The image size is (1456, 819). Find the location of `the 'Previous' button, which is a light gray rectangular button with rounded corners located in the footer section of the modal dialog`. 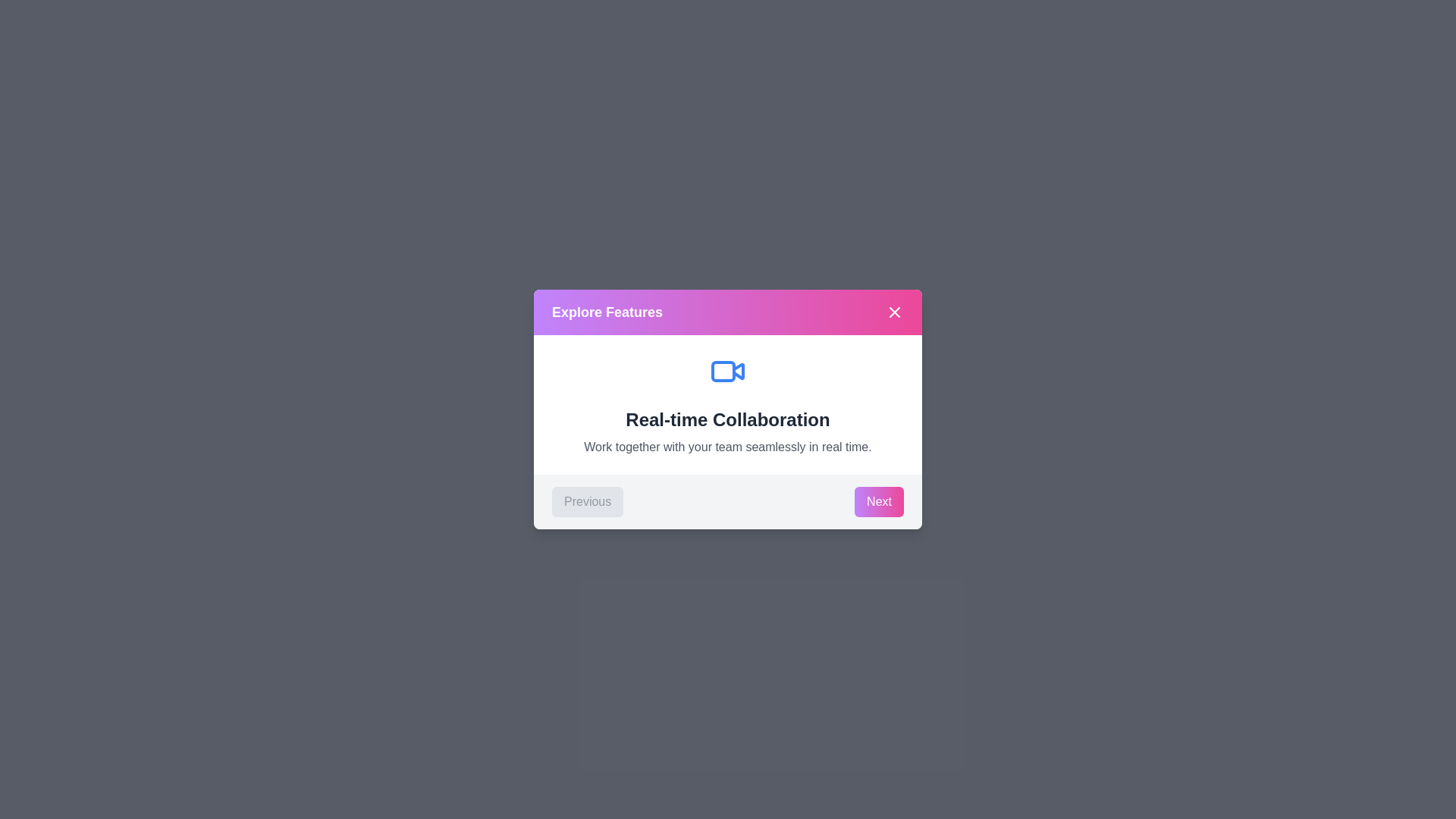

the 'Previous' button, which is a light gray rectangular button with rounded corners located in the footer section of the modal dialog is located at coordinates (587, 502).